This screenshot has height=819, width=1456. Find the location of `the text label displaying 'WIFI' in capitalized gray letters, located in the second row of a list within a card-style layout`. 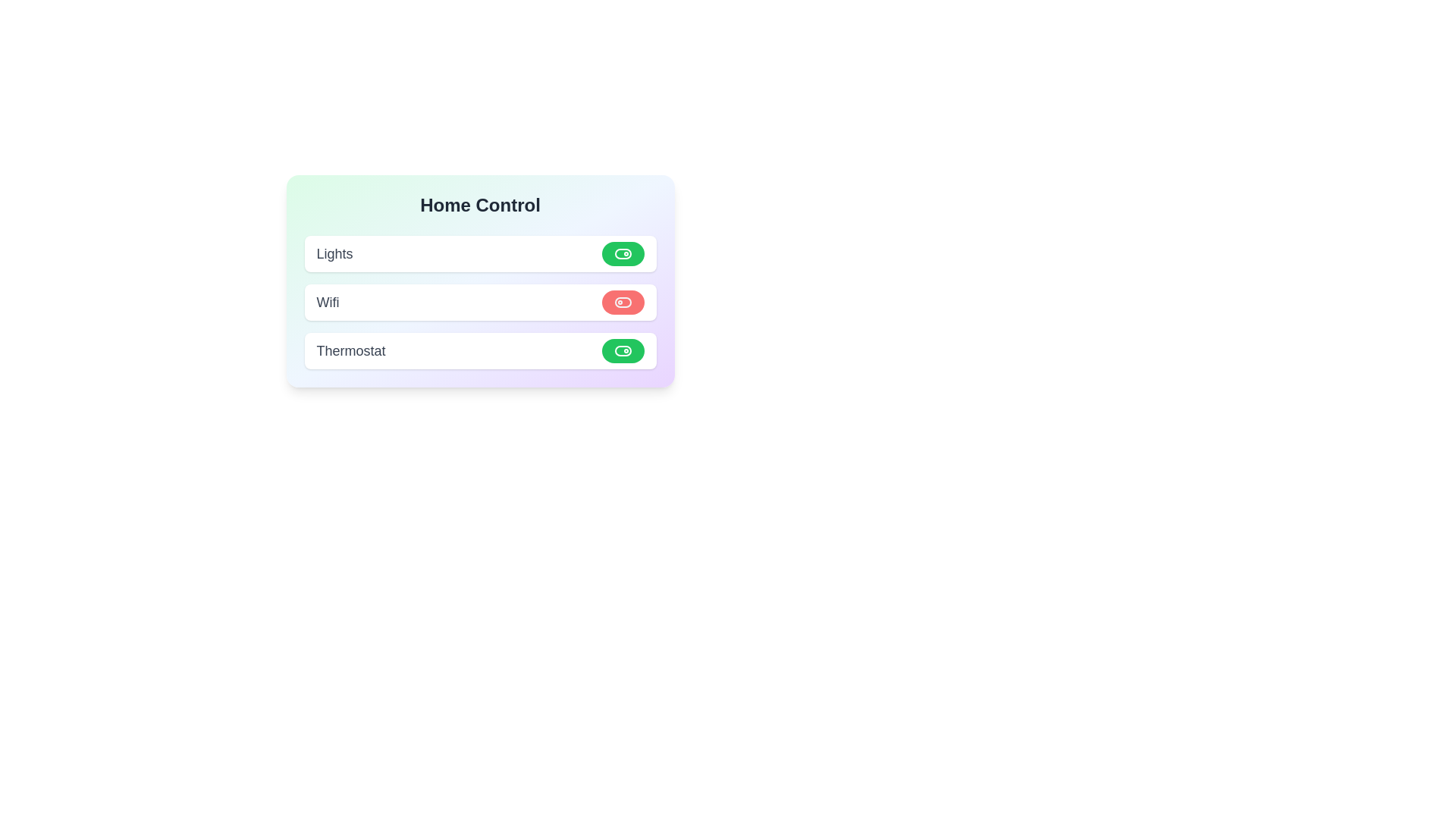

the text label displaying 'WIFI' in capitalized gray letters, located in the second row of a list within a card-style layout is located at coordinates (327, 302).